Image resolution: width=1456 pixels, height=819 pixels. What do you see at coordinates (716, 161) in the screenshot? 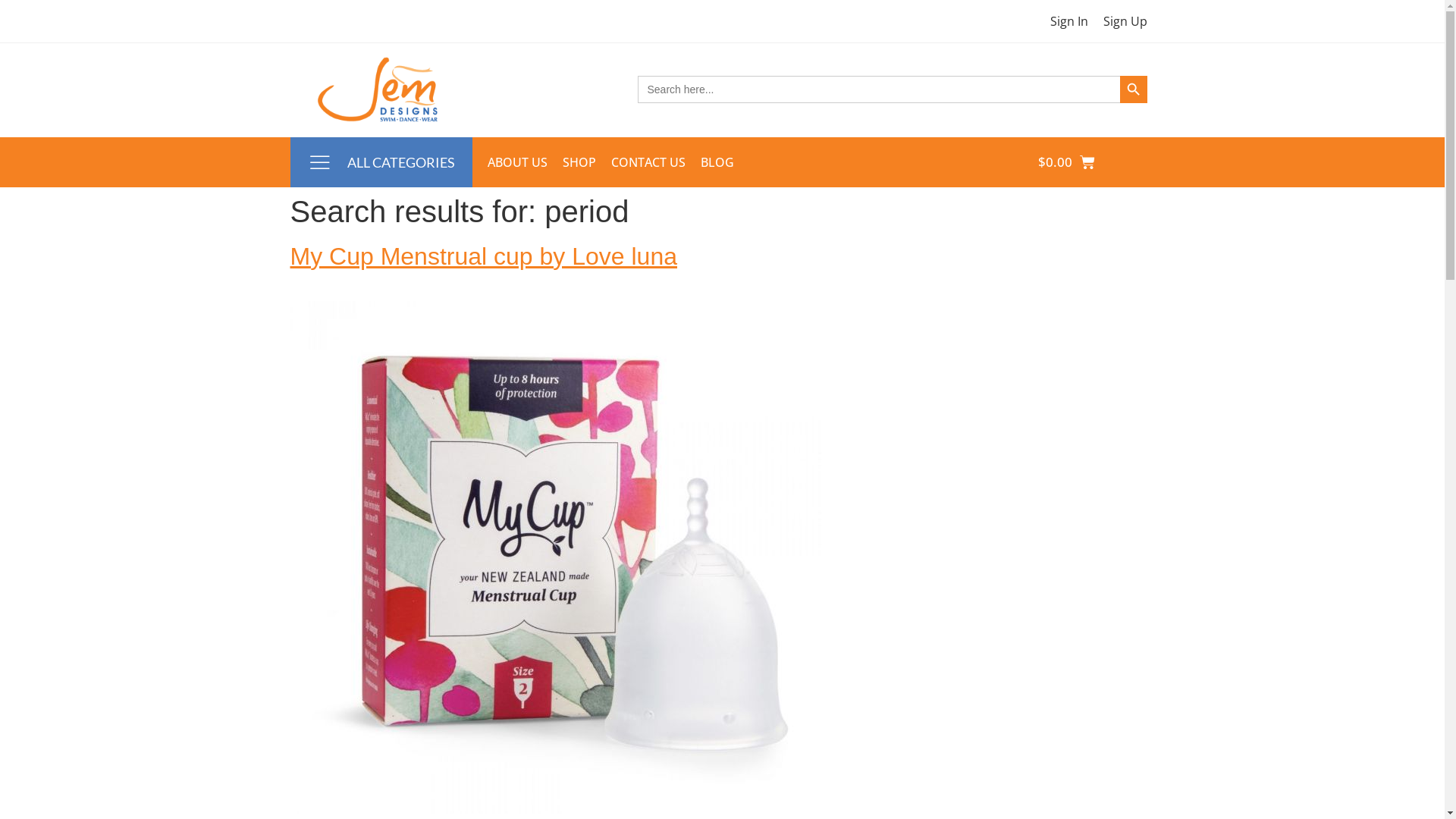
I see `'BLOG'` at bounding box center [716, 161].